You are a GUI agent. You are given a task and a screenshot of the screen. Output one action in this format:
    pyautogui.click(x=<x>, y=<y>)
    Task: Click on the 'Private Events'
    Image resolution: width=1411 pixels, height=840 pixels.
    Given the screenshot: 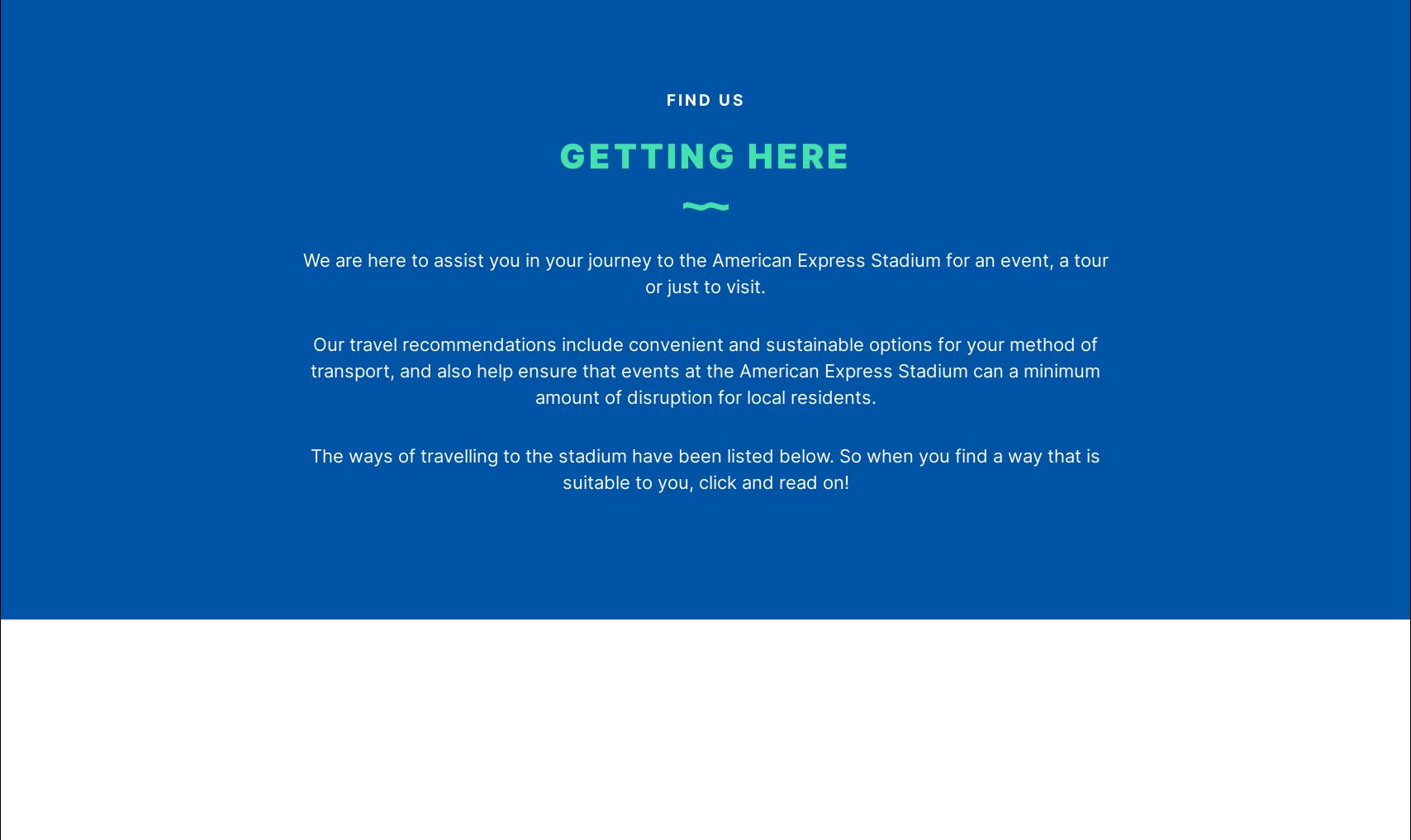 What is the action you would take?
    pyautogui.click(x=256, y=209)
    